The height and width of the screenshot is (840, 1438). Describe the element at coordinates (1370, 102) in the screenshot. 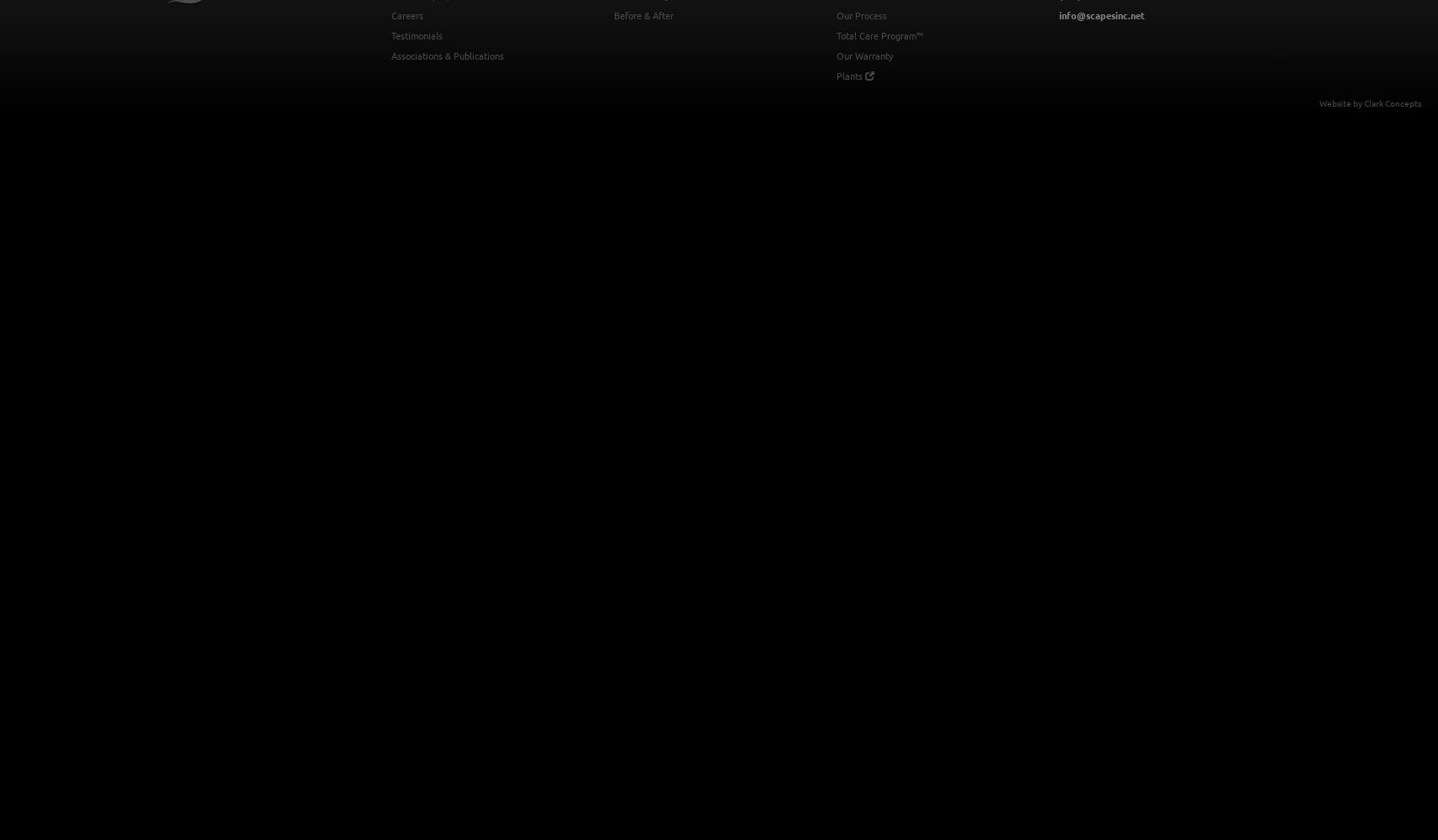

I see `'Website by Clark Concepts'` at that location.